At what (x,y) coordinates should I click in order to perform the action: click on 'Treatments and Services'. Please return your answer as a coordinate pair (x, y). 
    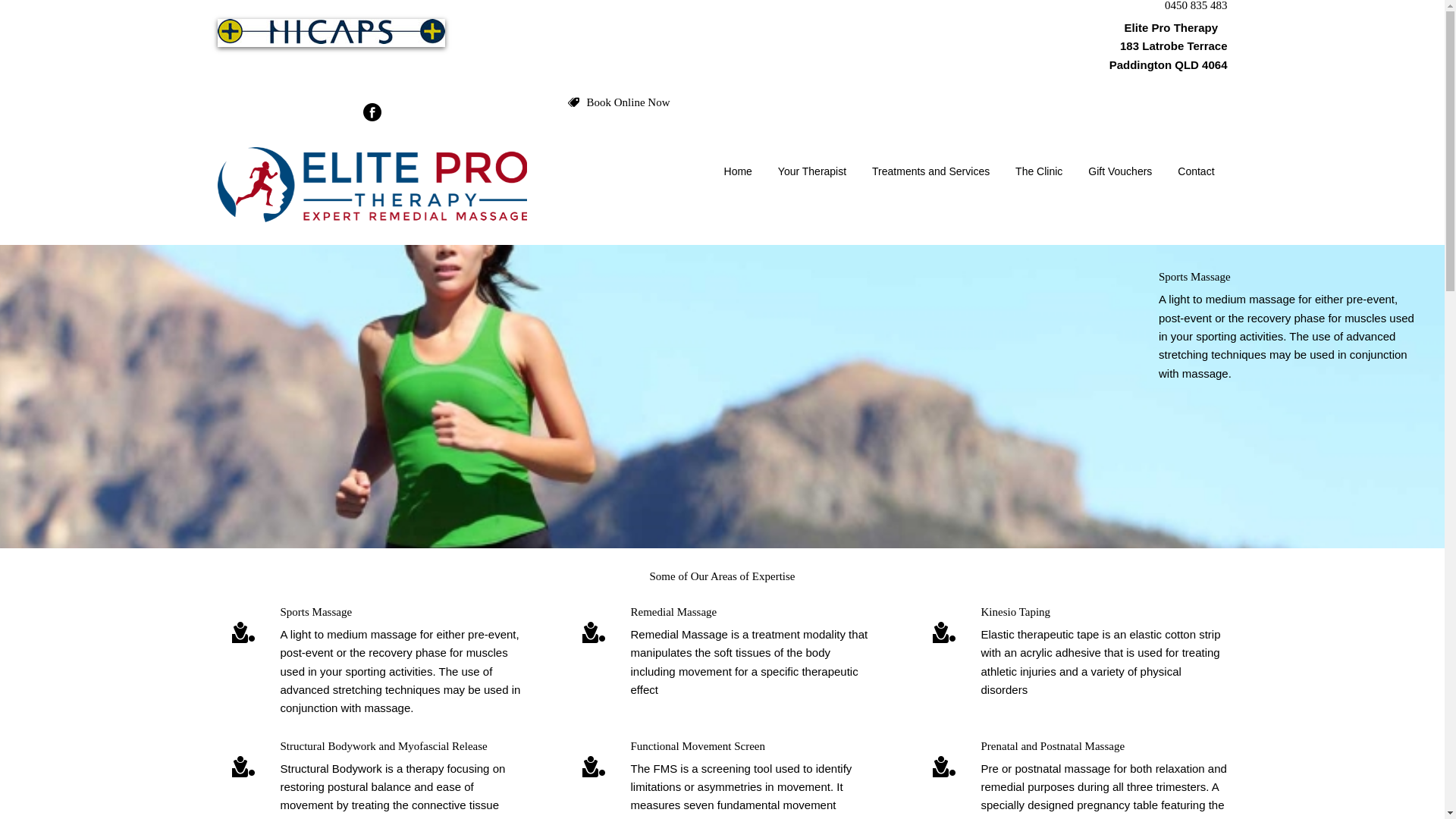
    Looking at the image, I should click on (930, 171).